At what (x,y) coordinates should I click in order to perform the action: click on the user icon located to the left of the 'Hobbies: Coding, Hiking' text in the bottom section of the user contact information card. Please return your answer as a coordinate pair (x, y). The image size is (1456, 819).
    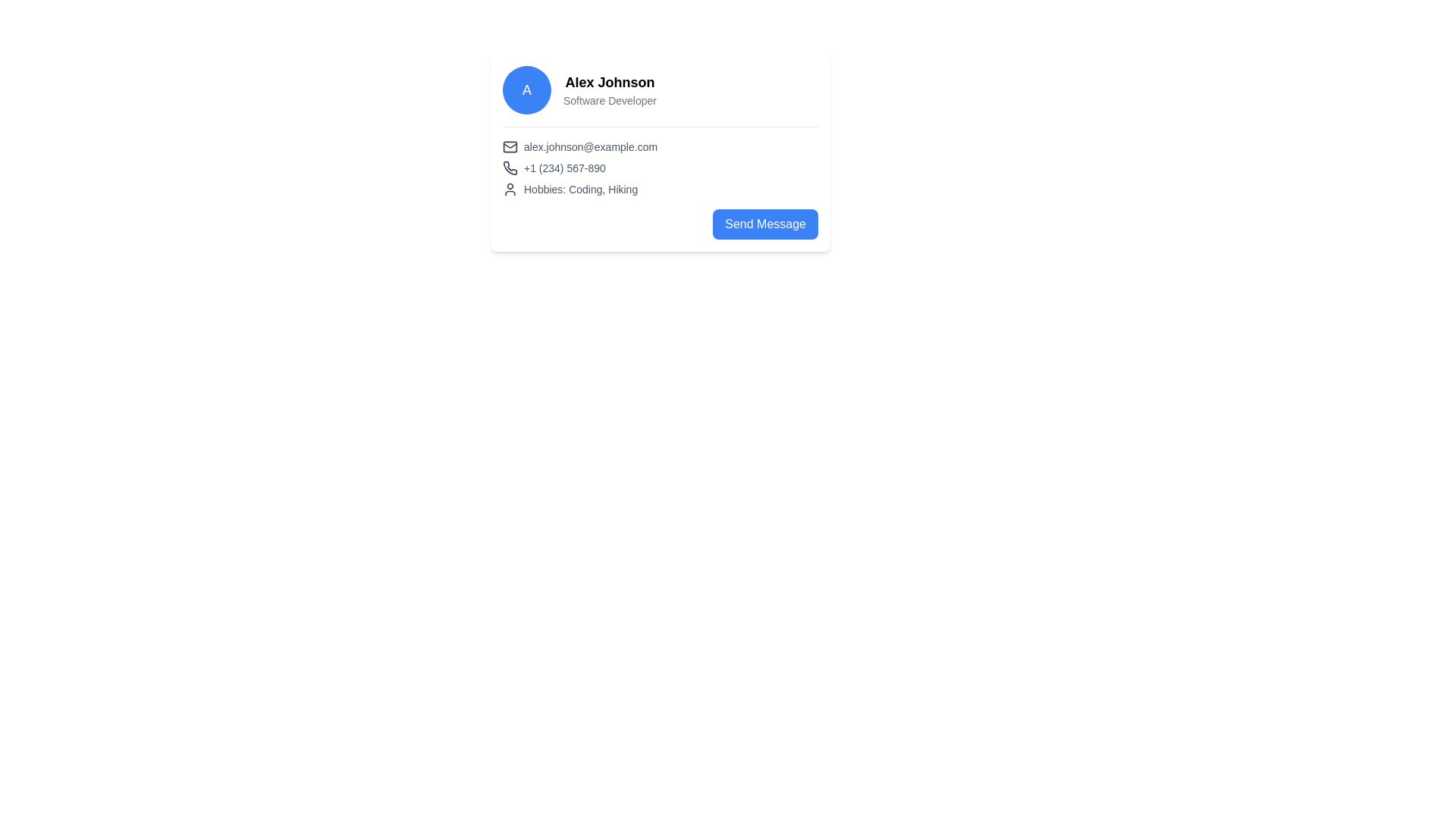
    Looking at the image, I should click on (510, 189).